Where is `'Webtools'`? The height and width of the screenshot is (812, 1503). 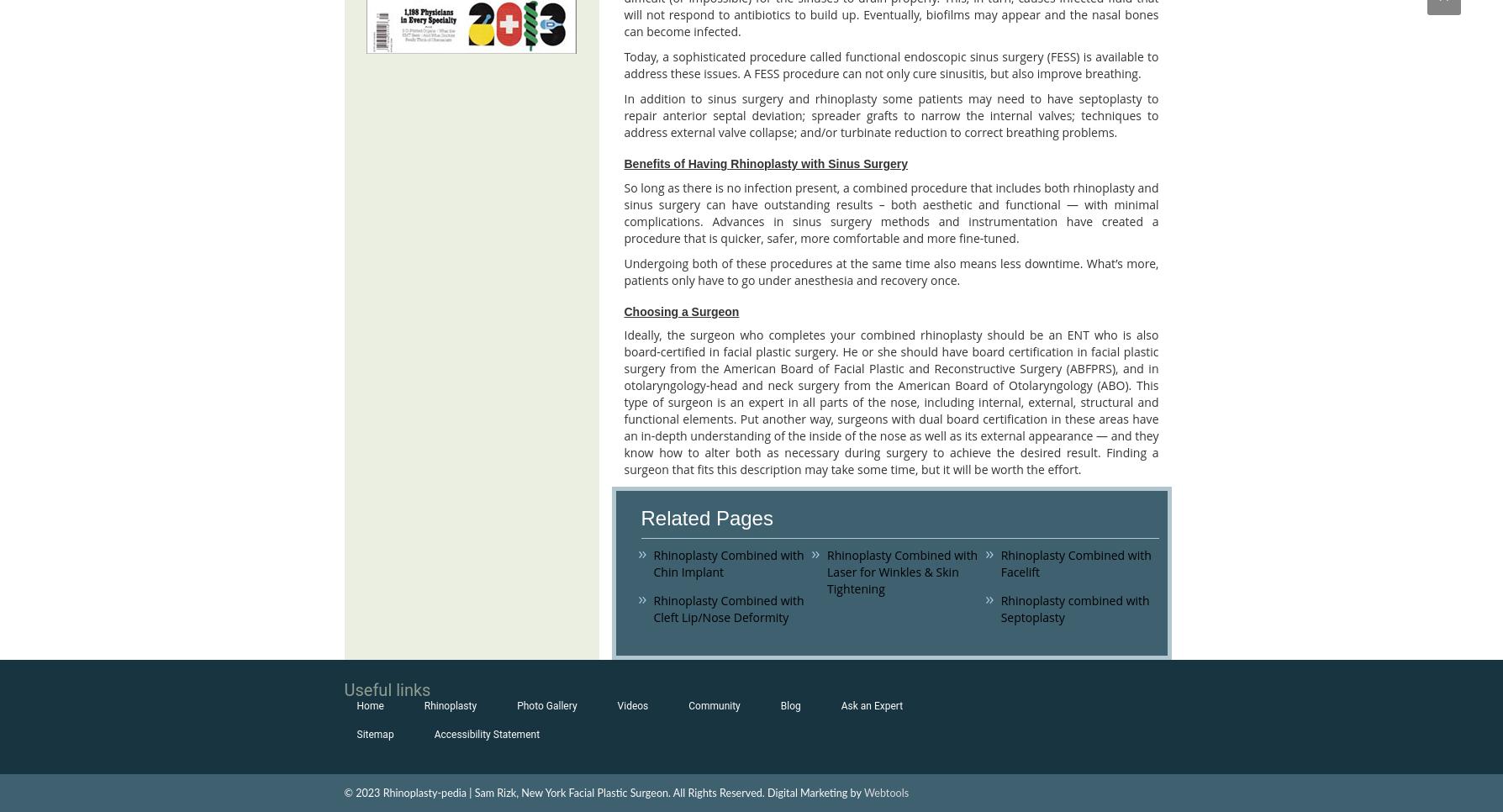
'Webtools' is located at coordinates (886, 793).